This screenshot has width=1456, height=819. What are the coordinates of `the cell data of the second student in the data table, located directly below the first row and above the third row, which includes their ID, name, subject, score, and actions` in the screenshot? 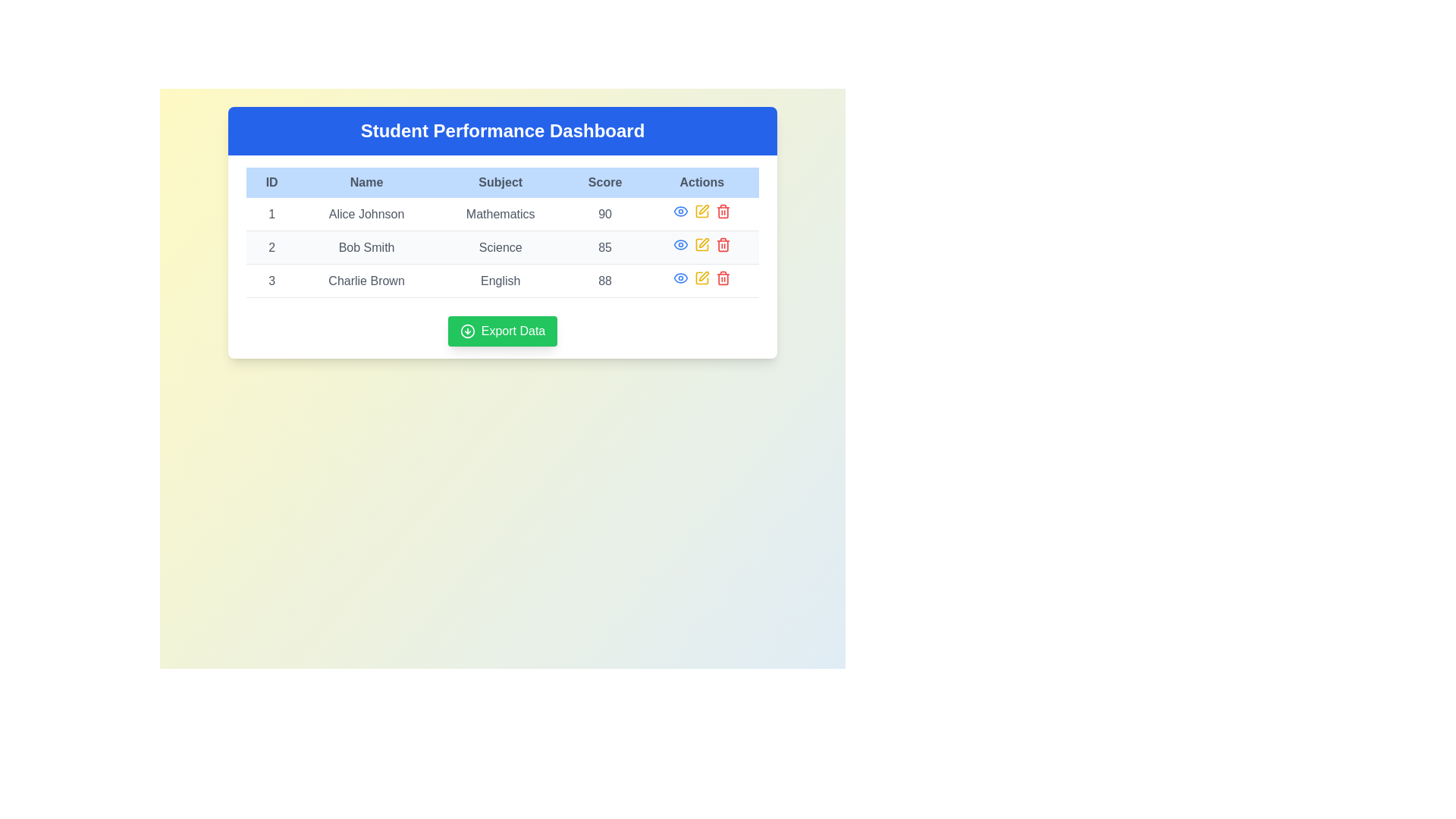 It's located at (502, 246).